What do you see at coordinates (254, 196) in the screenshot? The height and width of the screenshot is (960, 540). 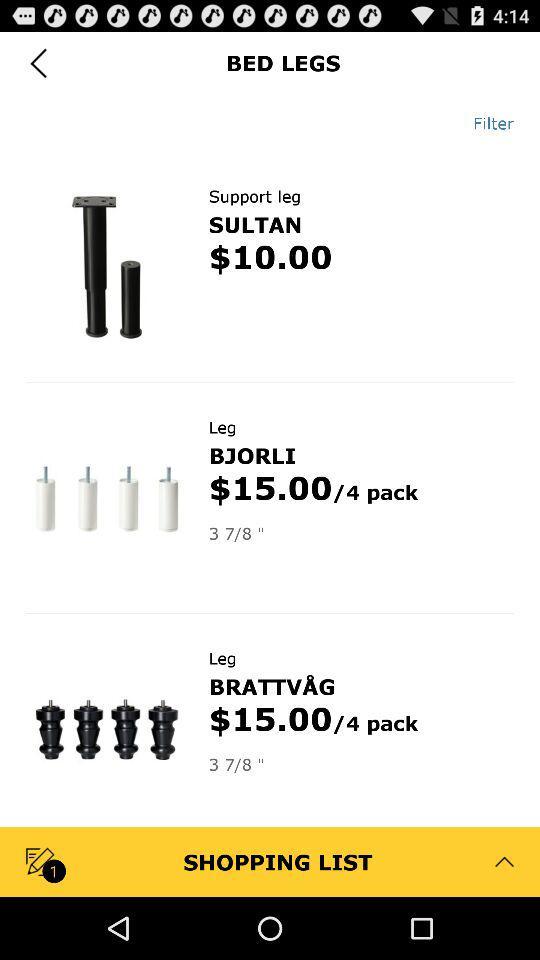 I see `item above sultan icon` at bounding box center [254, 196].